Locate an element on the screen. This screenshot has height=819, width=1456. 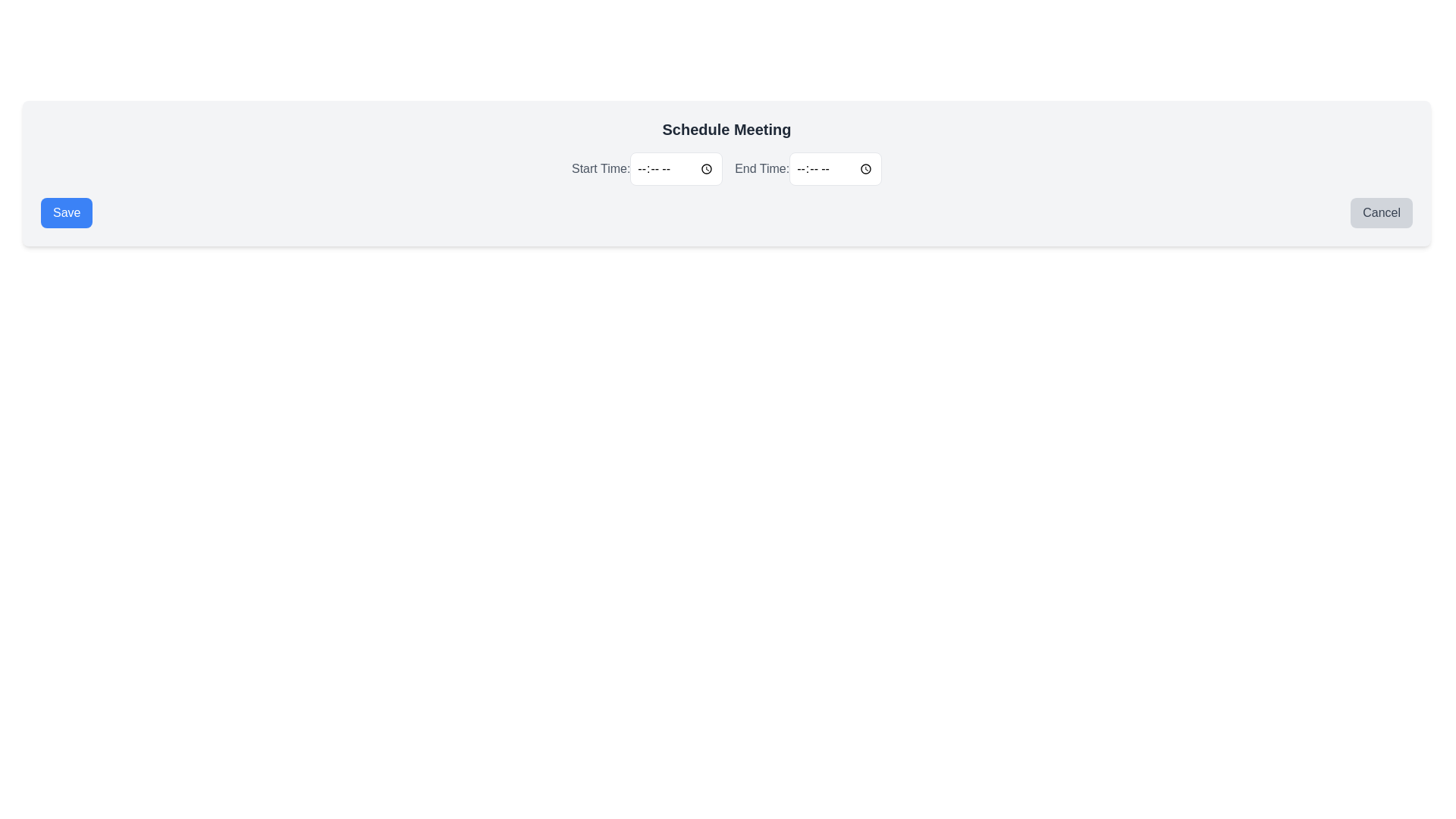
the 'Start Time' or 'End Time' input box in the time-picker element located below the 'Schedule Meeting' title is located at coordinates (726, 169).